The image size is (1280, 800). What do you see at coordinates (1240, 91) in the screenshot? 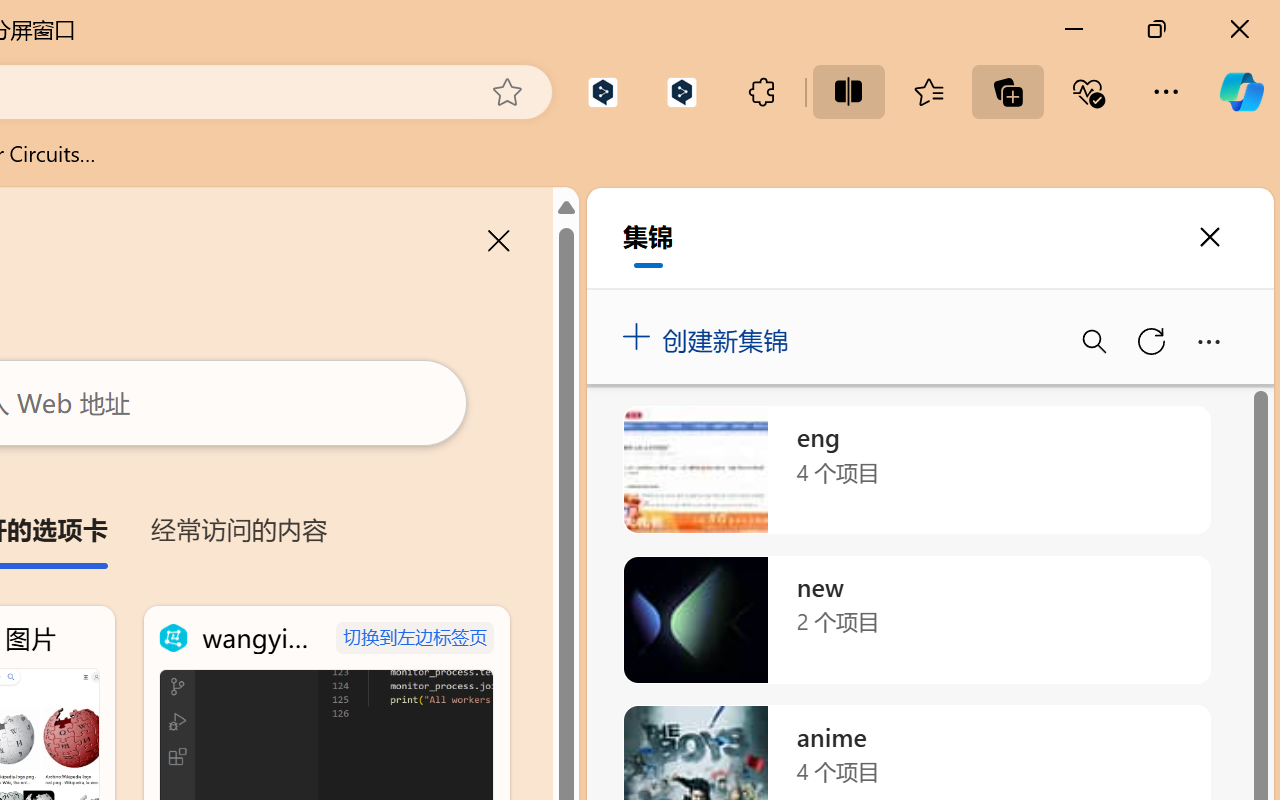
I see `'Copilot (Ctrl+Shift+.)'` at bounding box center [1240, 91].